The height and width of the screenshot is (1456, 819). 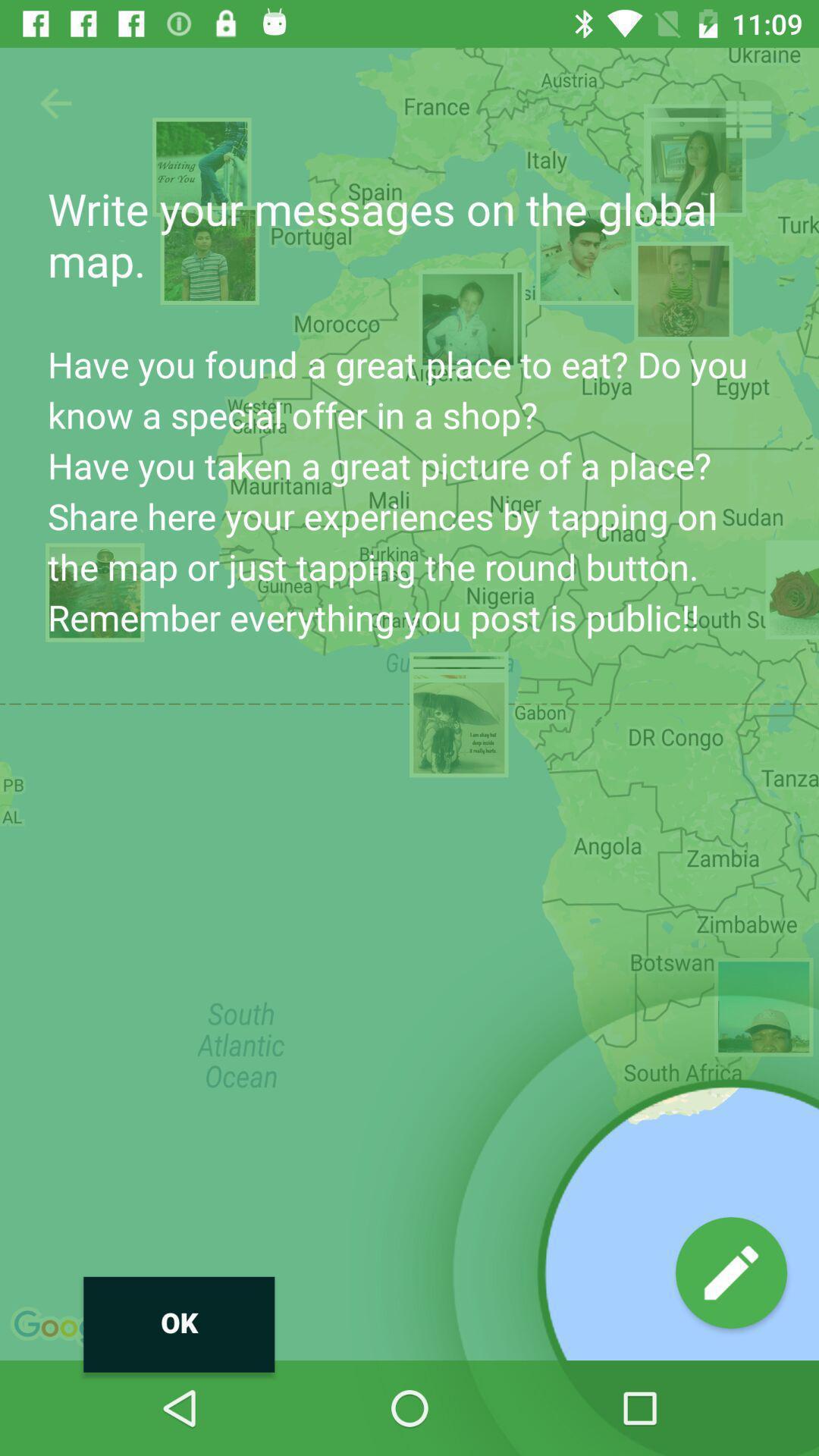 What do you see at coordinates (55, 102) in the screenshot?
I see `button above the ok icon` at bounding box center [55, 102].